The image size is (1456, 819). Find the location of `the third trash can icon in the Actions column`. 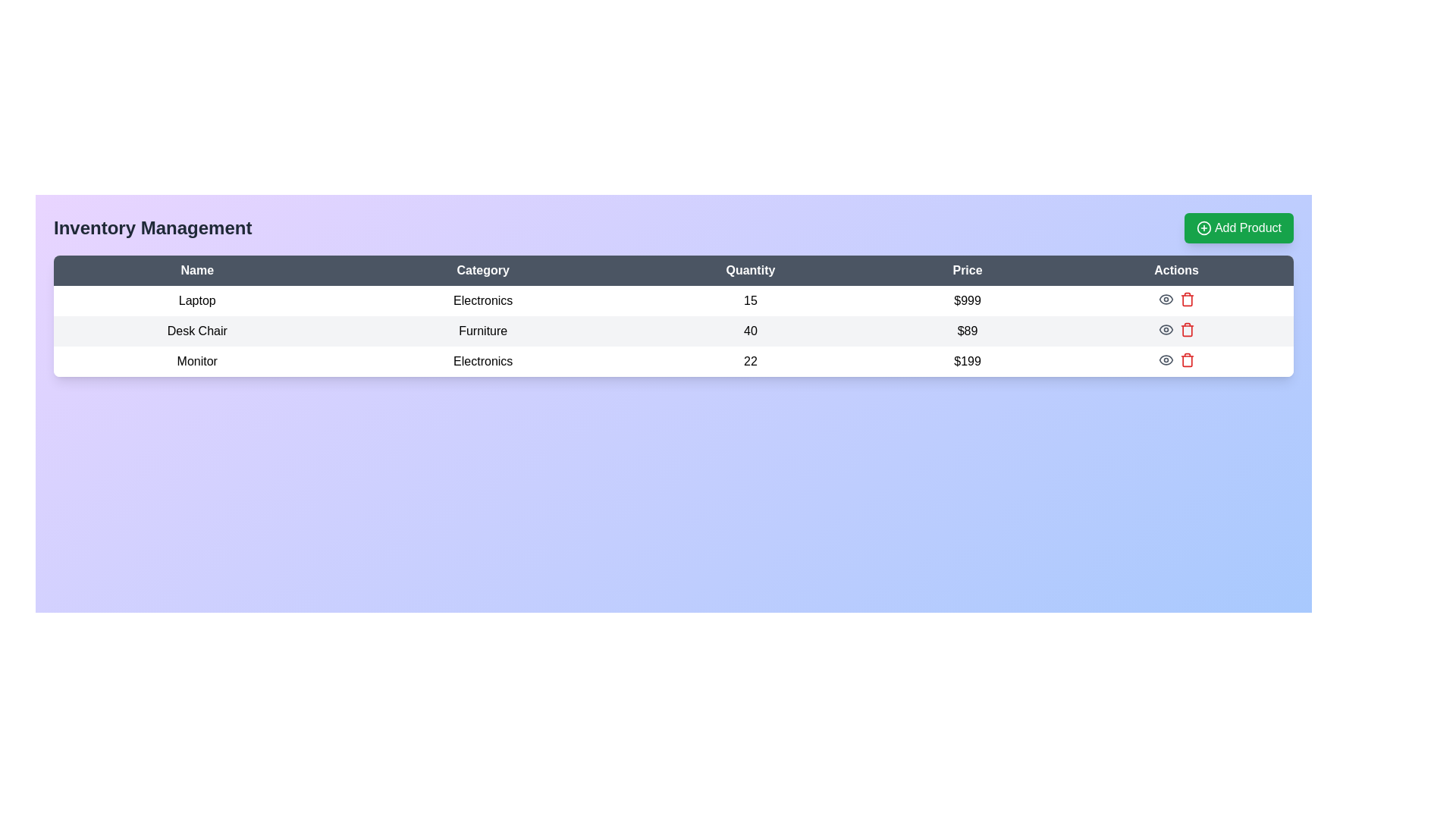

the third trash can icon in the Actions column is located at coordinates (1186, 361).